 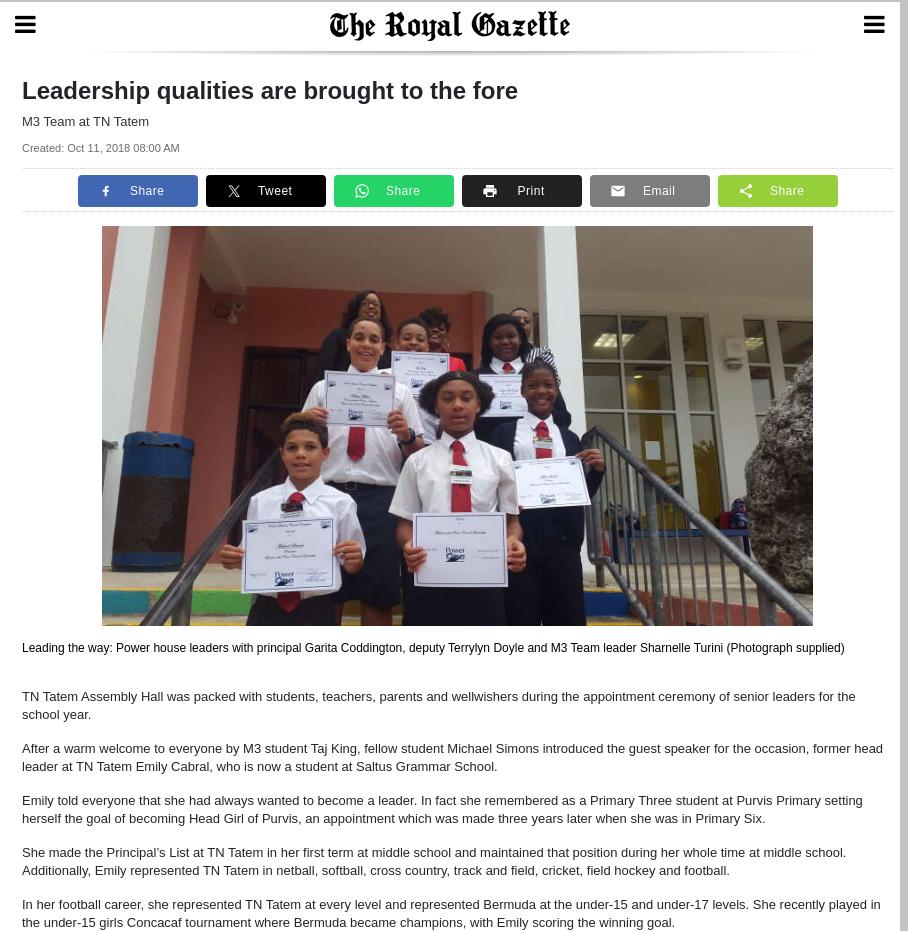 What do you see at coordinates (451, 912) in the screenshot?
I see `'In her football career, she represented TN Tatem at every level and represented Bermuda at the under-15 and under-17 levels. She recently played in the under-15 girls Concacaf tournament where Bermuda became champions, with Emily scoring the winning goal.'` at bounding box center [451, 912].